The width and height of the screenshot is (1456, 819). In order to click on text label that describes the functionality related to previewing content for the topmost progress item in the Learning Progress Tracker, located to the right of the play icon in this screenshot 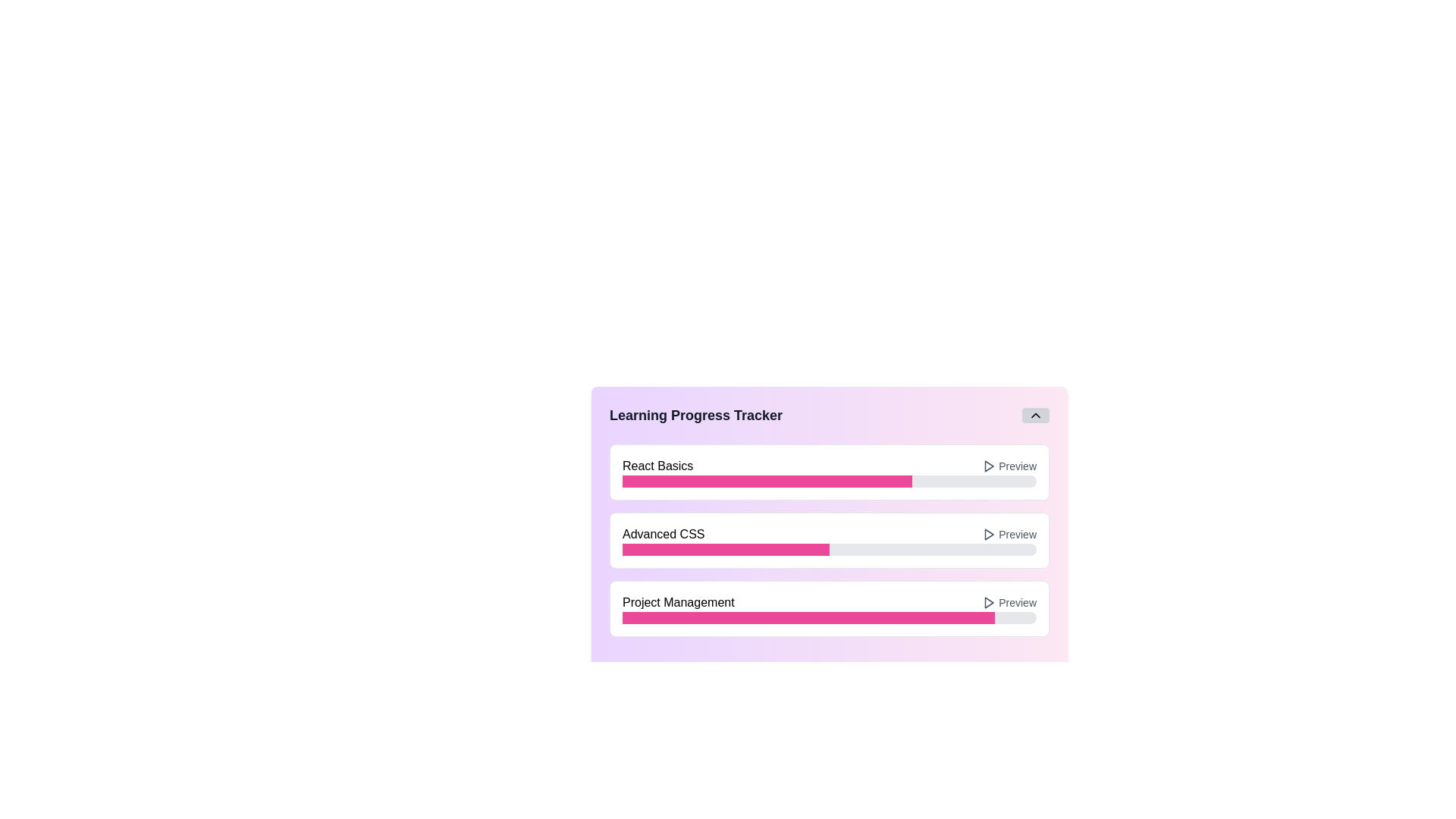, I will do `click(1018, 465)`.